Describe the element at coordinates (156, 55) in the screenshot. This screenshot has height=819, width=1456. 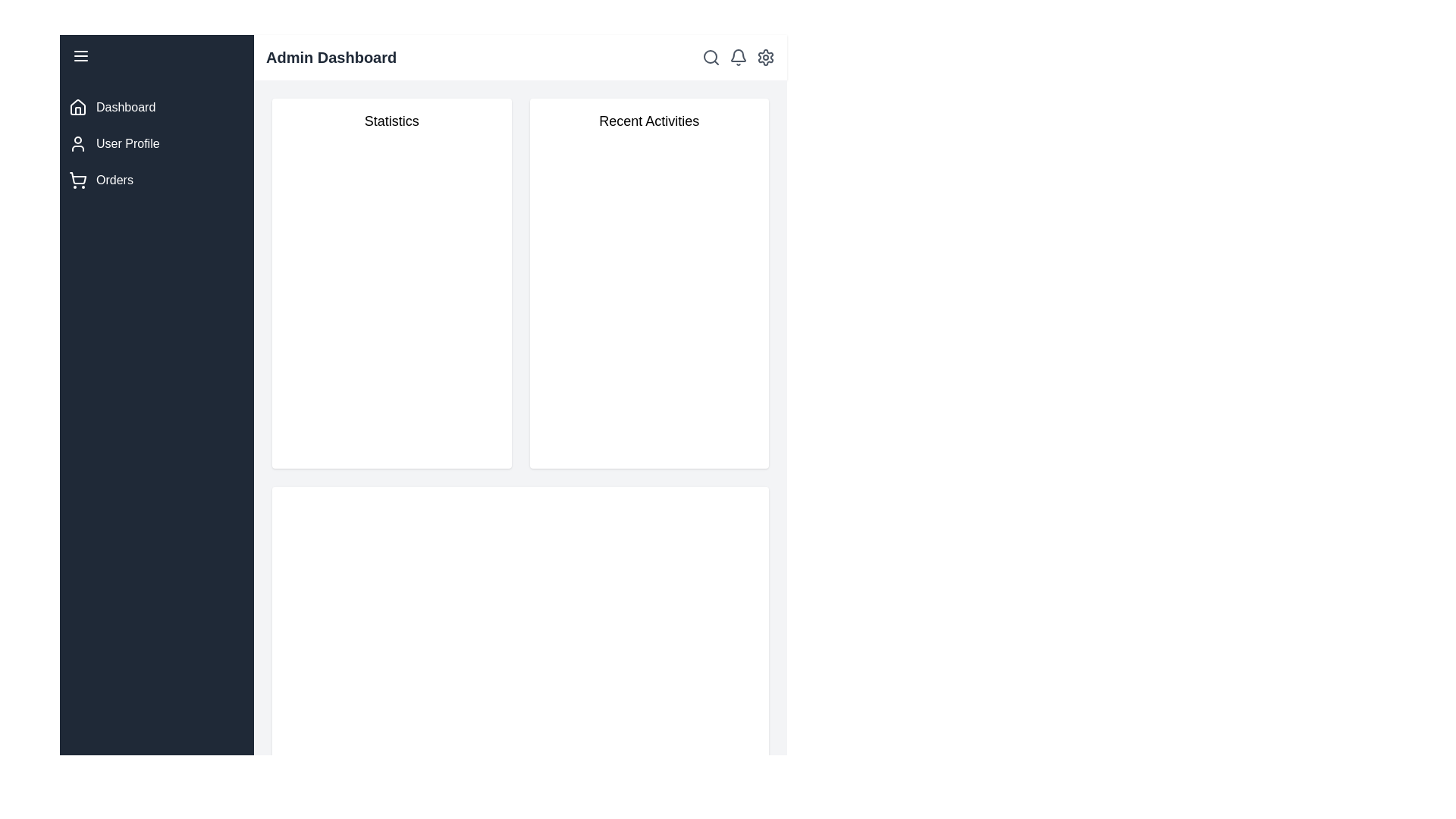
I see `the toggle button located at the top of the sidebar` at that location.